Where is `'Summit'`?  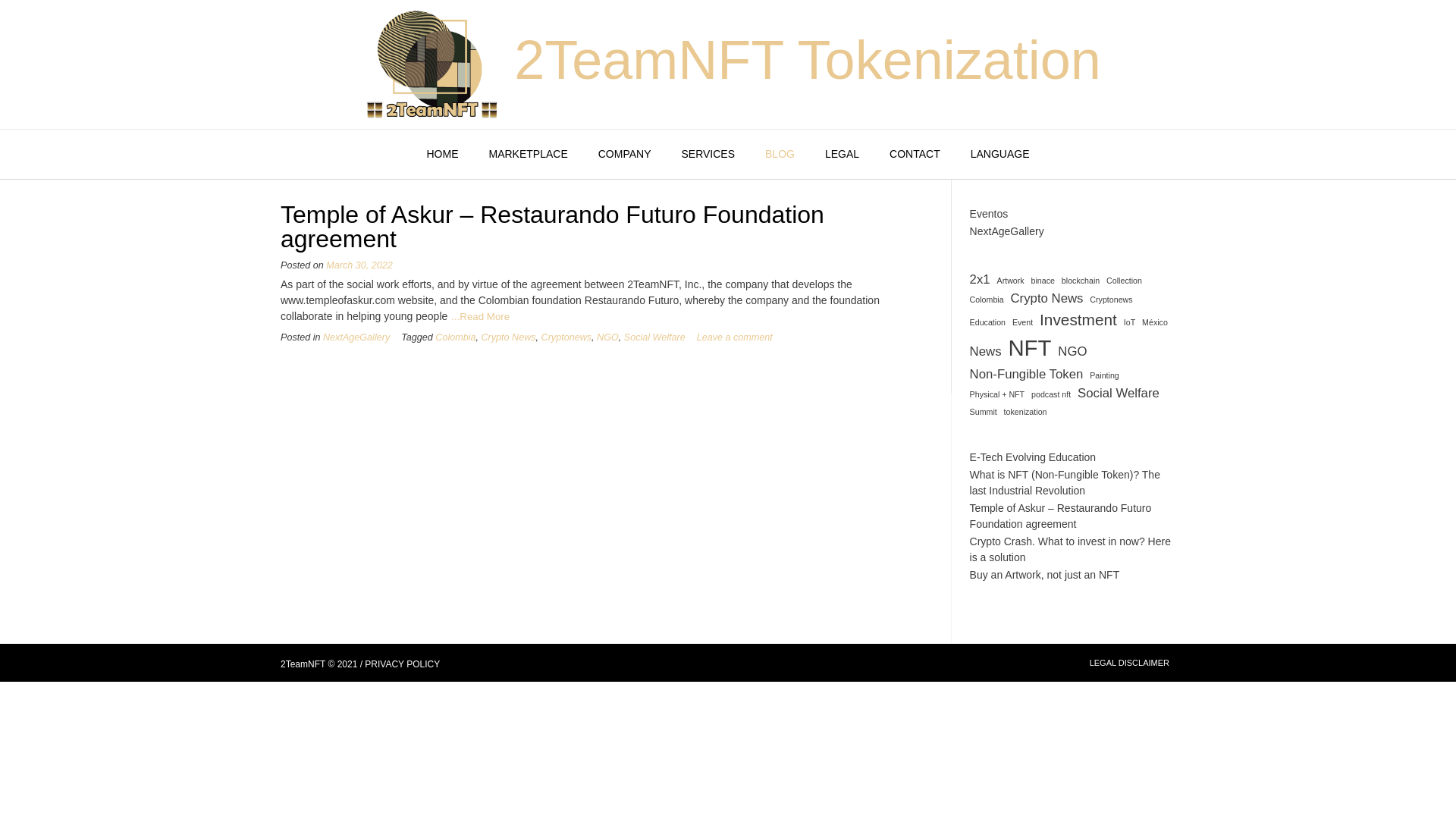
'Summit' is located at coordinates (983, 412).